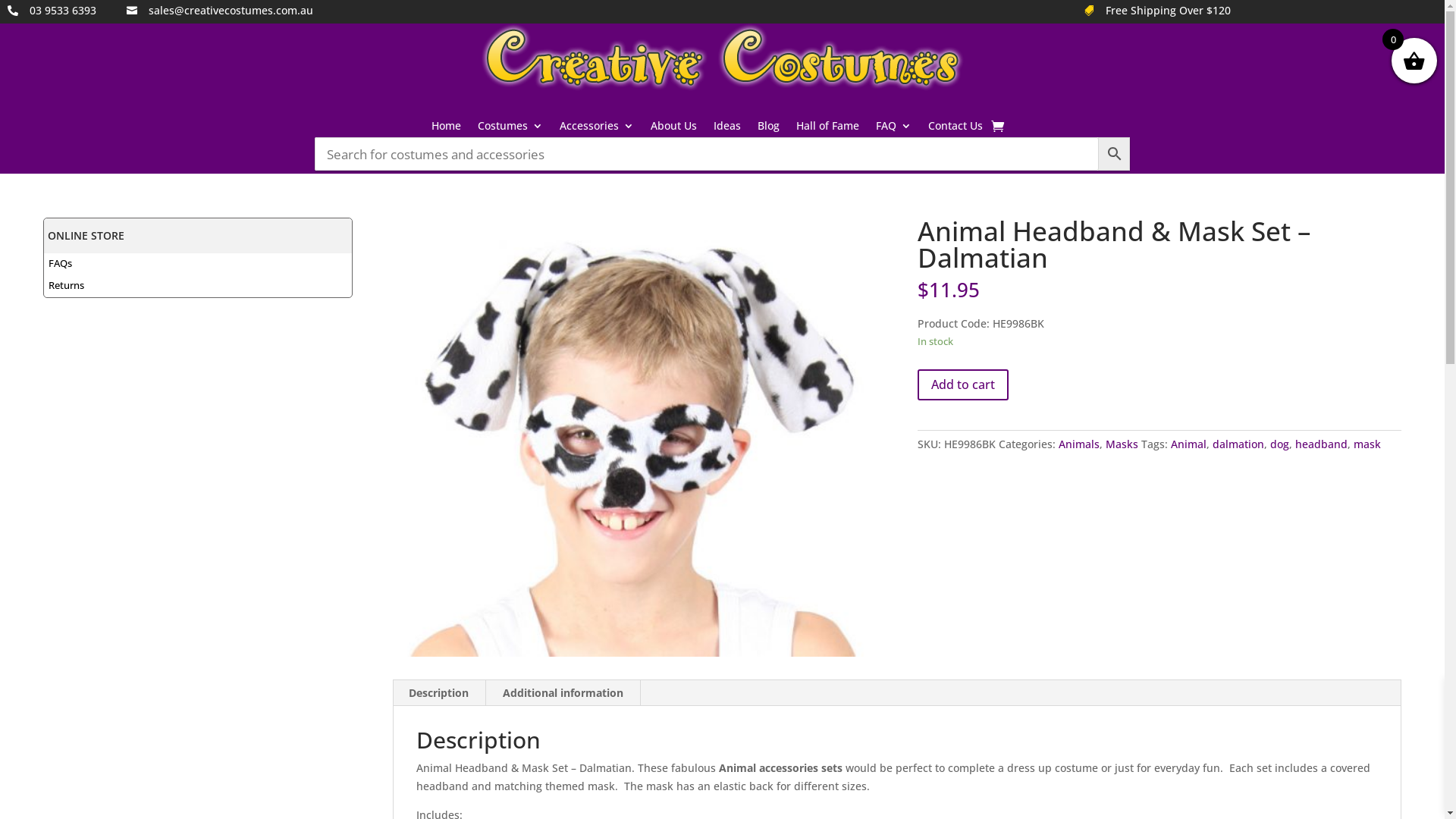 The height and width of the screenshot is (819, 1456). What do you see at coordinates (510, 127) in the screenshot?
I see `'Costumes'` at bounding box center [510, 127].